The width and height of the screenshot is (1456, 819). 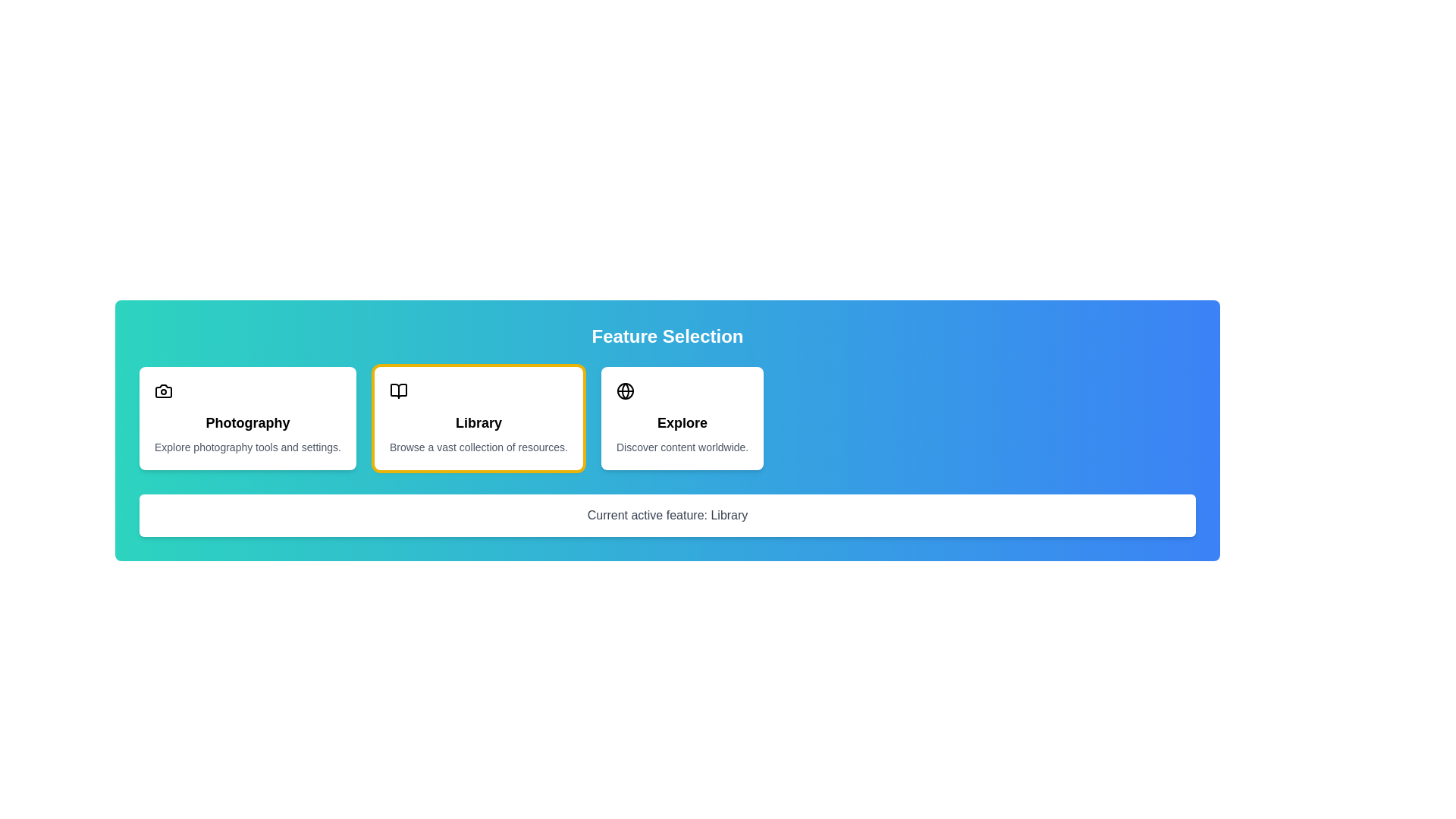 I want to click on the 'Photography' feature icon located at the top-left corner of the Photography card for visual recognition, so click(x=164, y=391).